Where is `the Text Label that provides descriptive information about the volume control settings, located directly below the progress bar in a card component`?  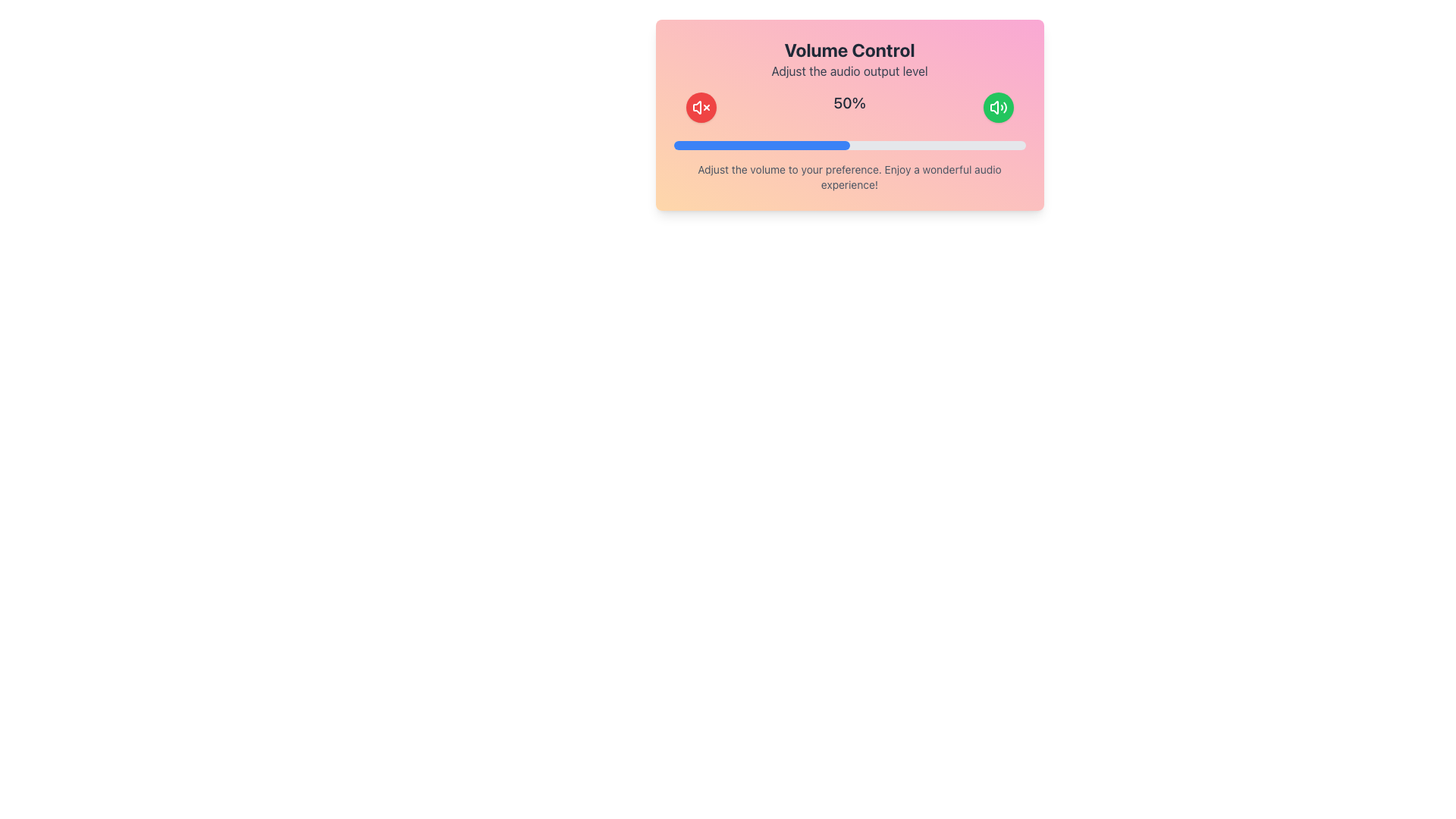
the Text Label that provides descriptive information about the volume control settings, located directly below the progress bar in a card component is located at coordinates (849, 171).